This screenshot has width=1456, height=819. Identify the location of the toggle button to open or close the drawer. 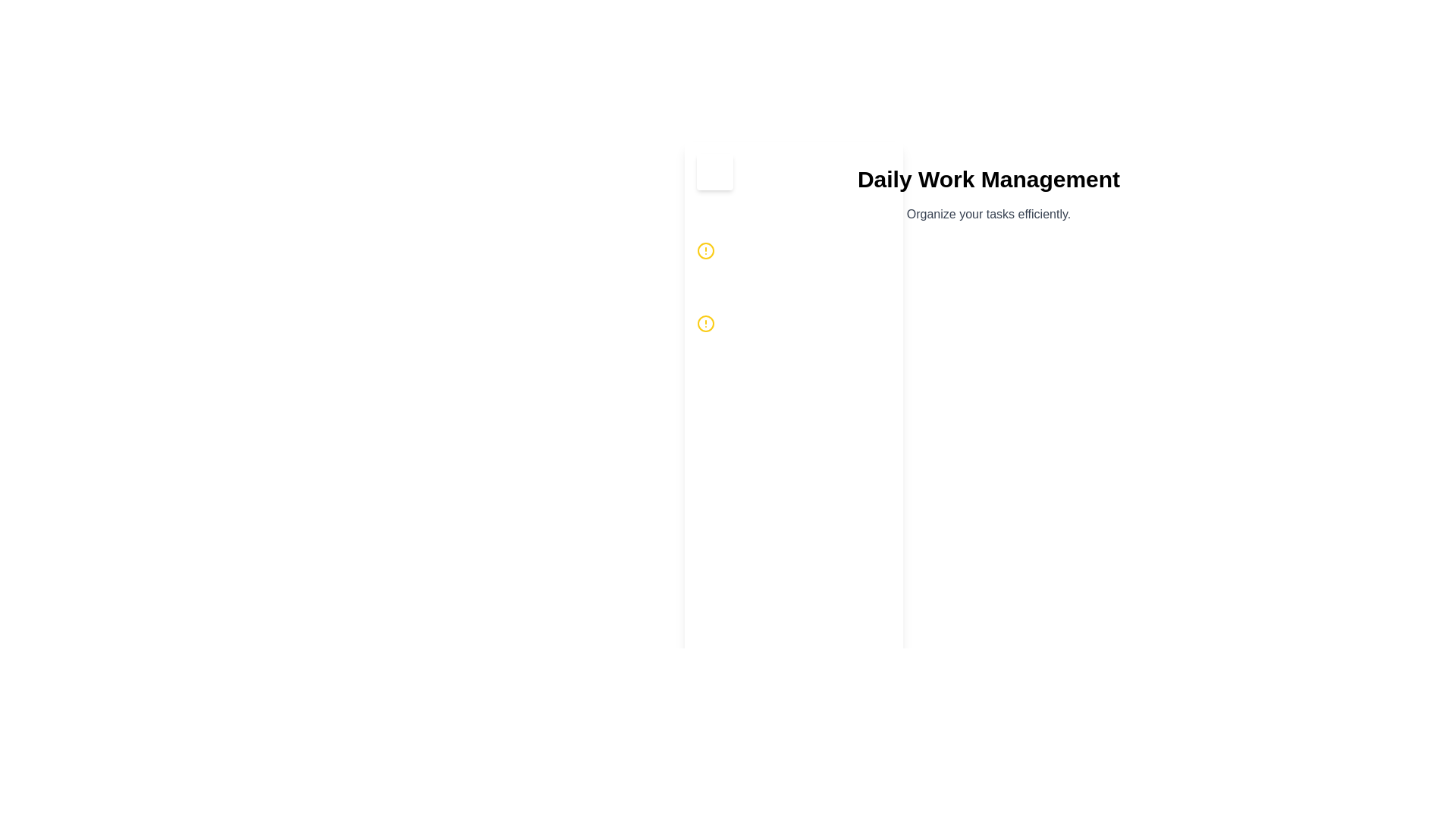
(714, 171).